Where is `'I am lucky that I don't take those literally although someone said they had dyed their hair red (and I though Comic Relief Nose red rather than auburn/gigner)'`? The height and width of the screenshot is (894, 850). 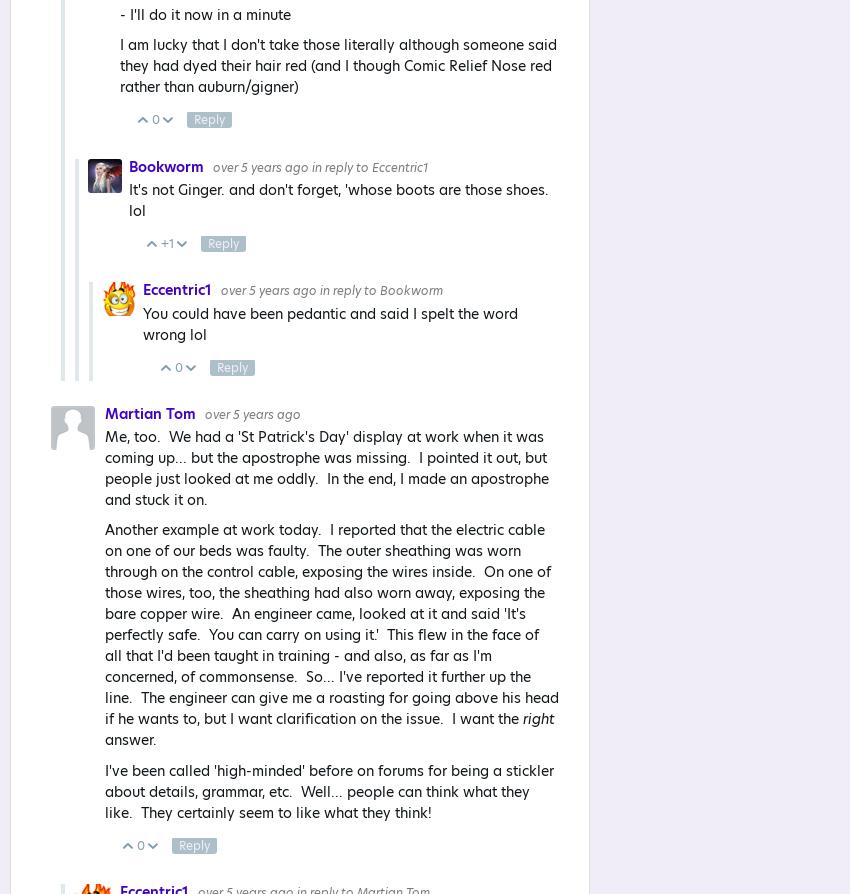
'I am lucky that I don't take those literally although someone said they had dyed their hair red (and I though Comic Relief Nose red rather than auburn/gigner)' is located at coordinates (338, 65).